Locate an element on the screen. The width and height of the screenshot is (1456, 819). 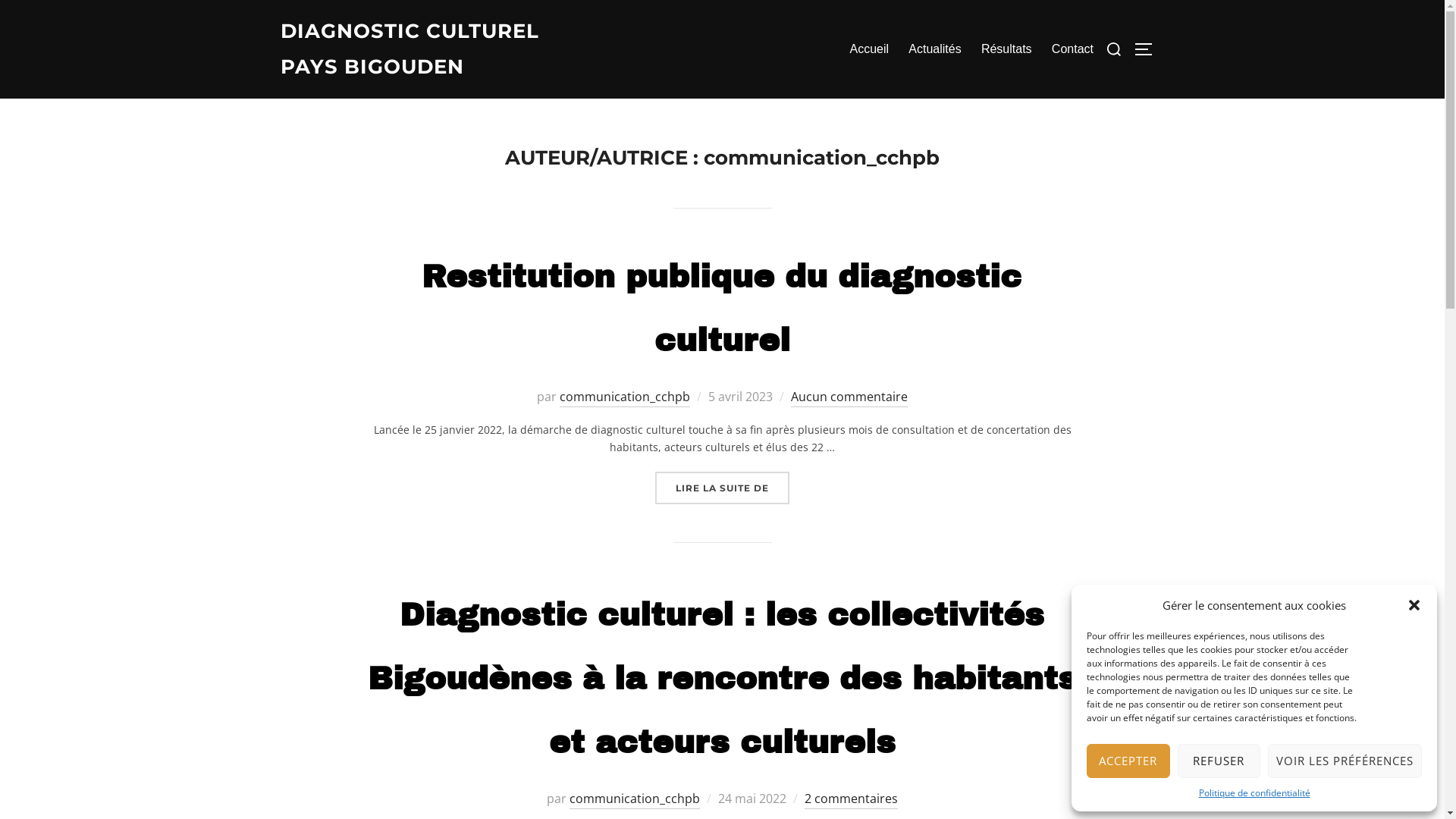
'Contact' is located at coordinates (1072, 49).